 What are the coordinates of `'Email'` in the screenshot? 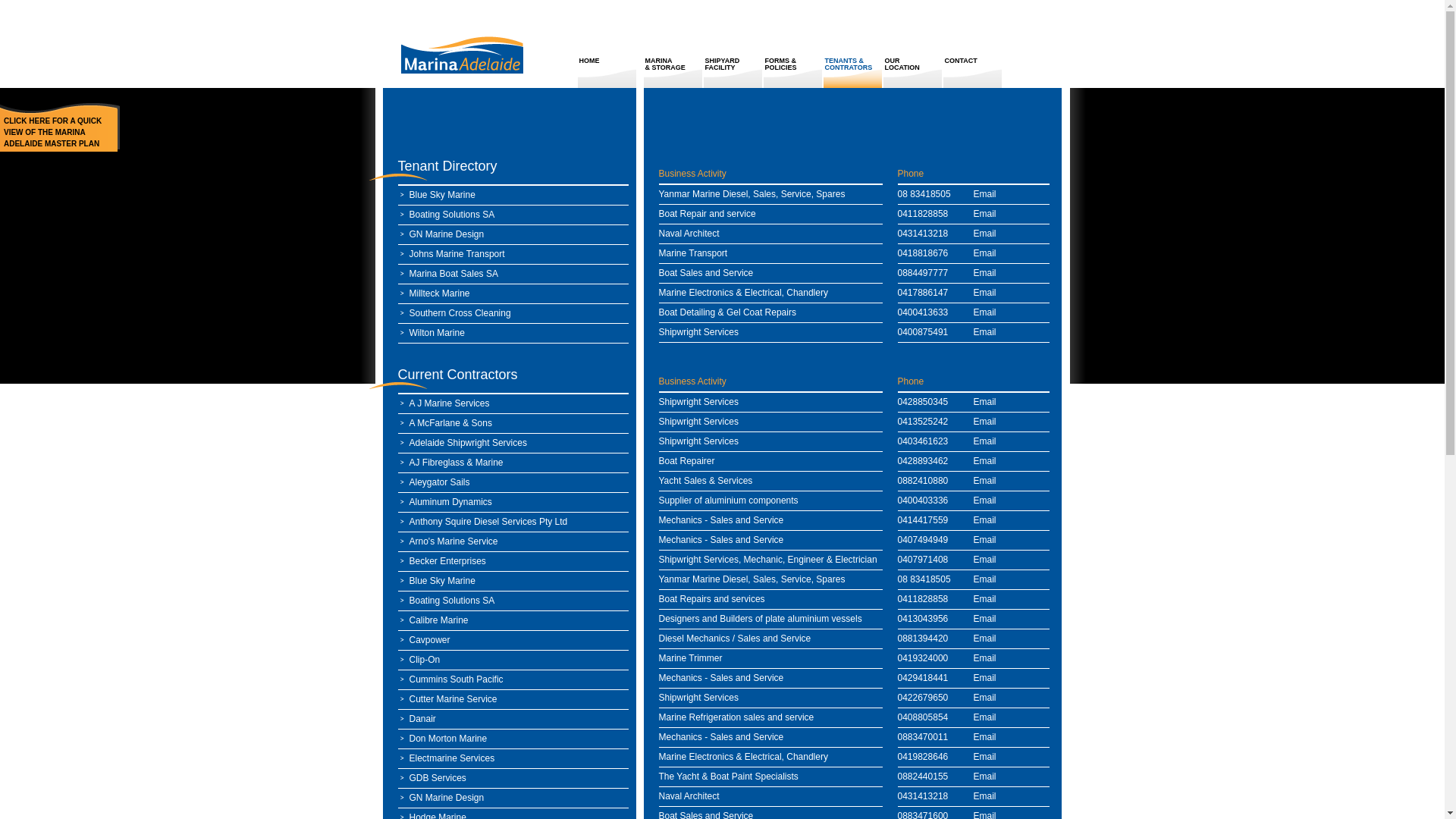 It's located at (985, 638).